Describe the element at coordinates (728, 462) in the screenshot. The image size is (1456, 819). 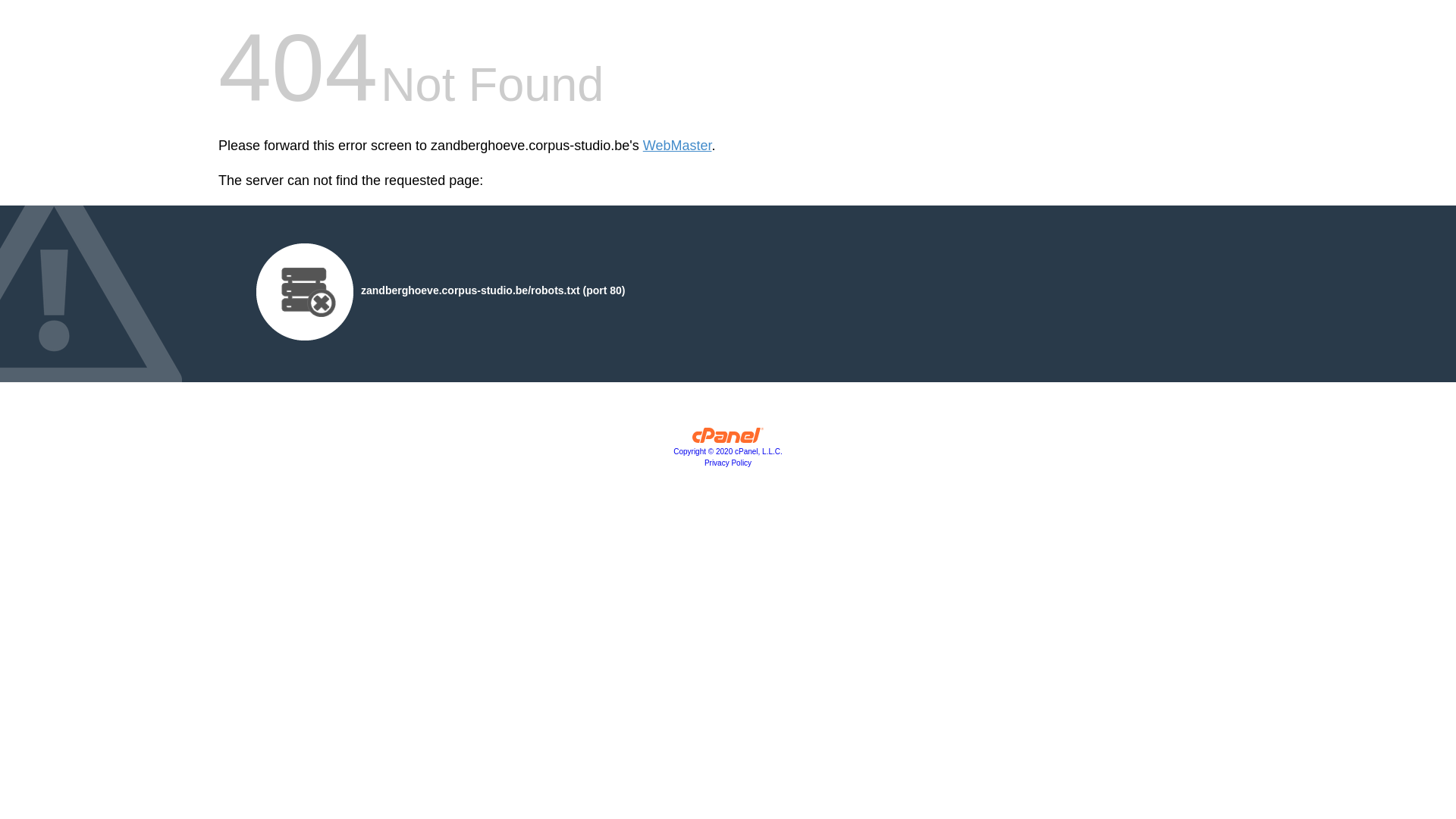
I see `'Privacy Policy'` at that location.